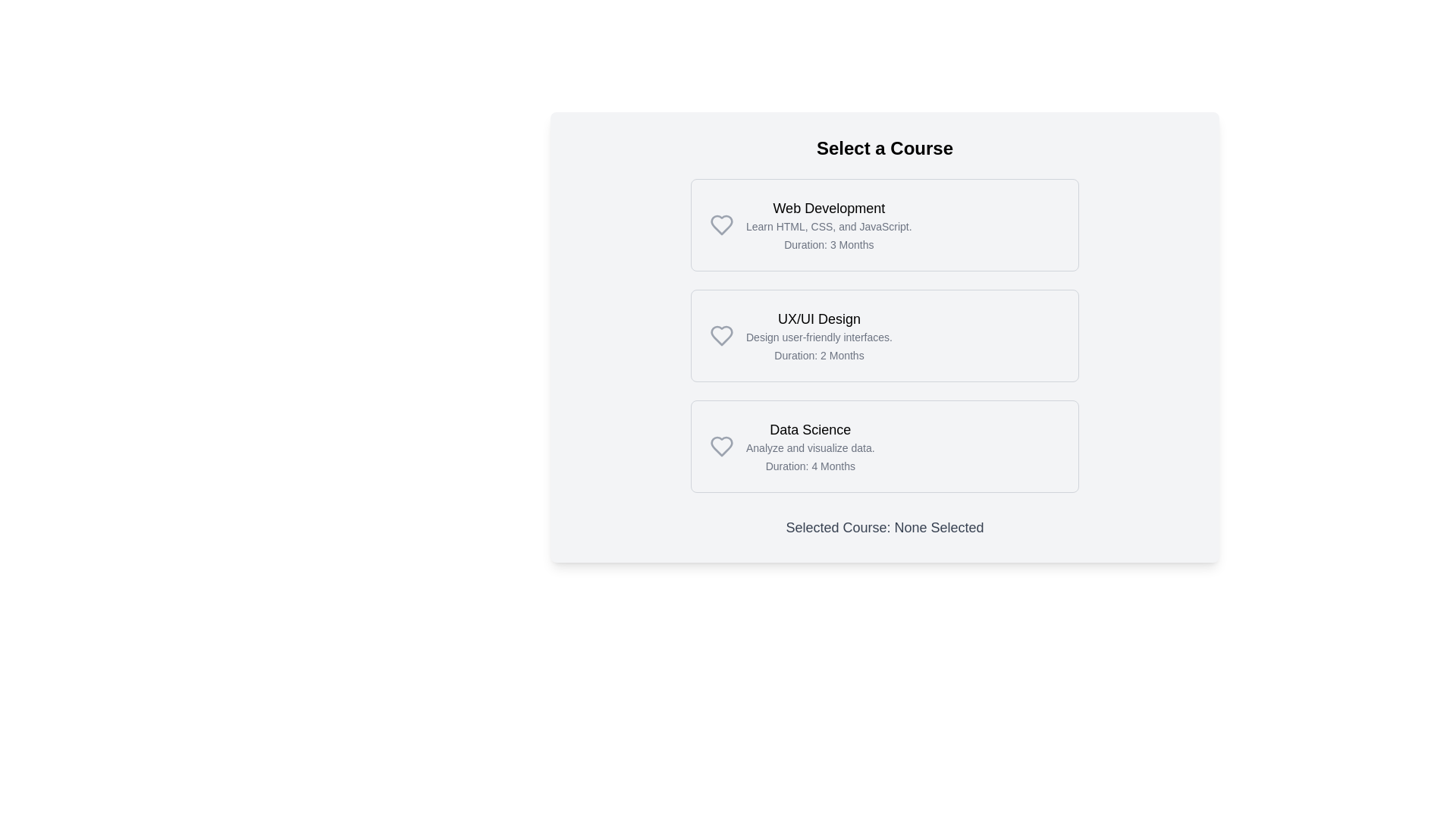 This screenshot has height=819, width=1456. I want to click on the text element 'Data Science', which serves as the title for the course information card, located at the top-left of the card, so click(809, 430).